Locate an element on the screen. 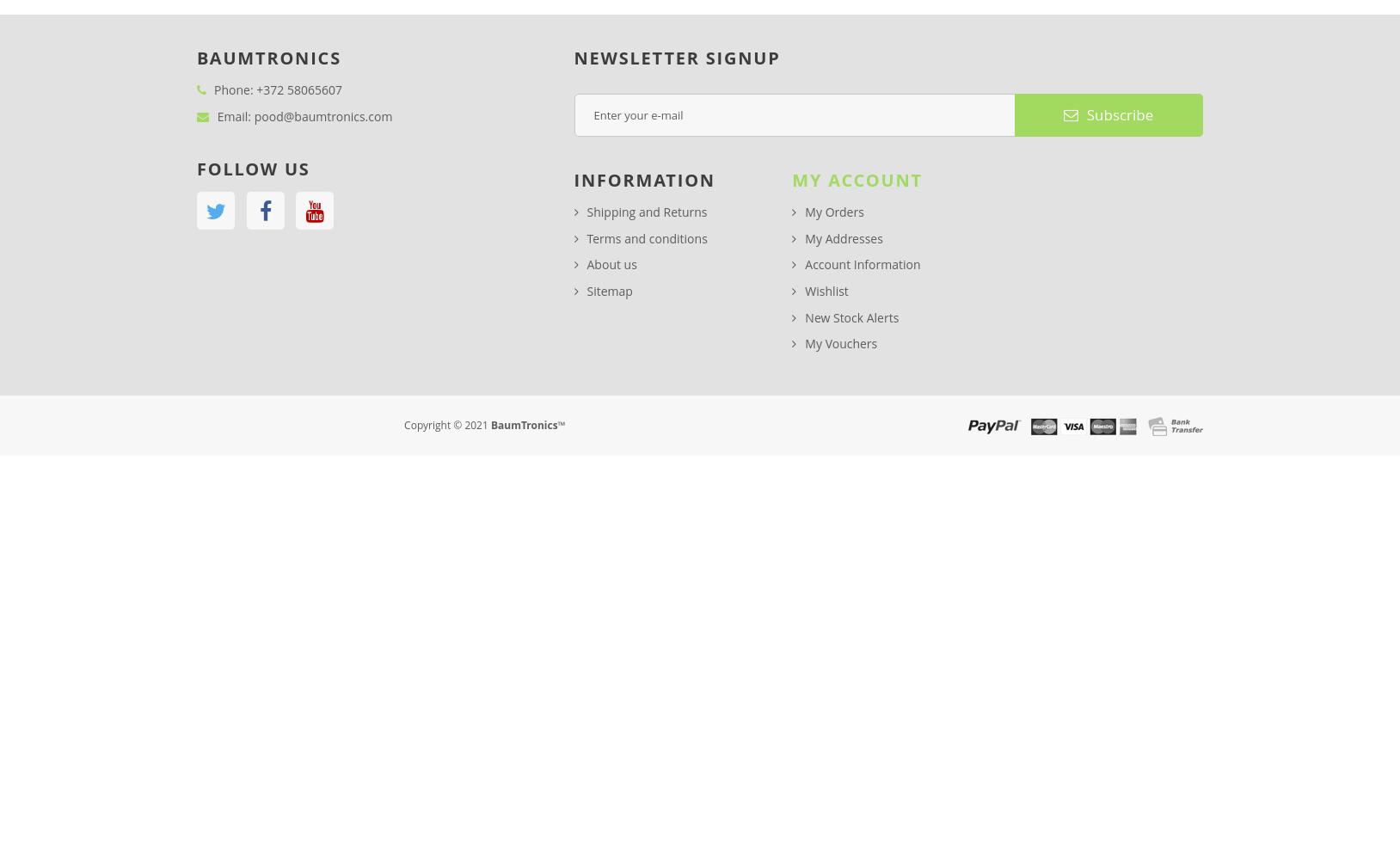 The width and height of the screenshot is (1400, 860). 'My Vouchers' is located at coordinates (839, 343).